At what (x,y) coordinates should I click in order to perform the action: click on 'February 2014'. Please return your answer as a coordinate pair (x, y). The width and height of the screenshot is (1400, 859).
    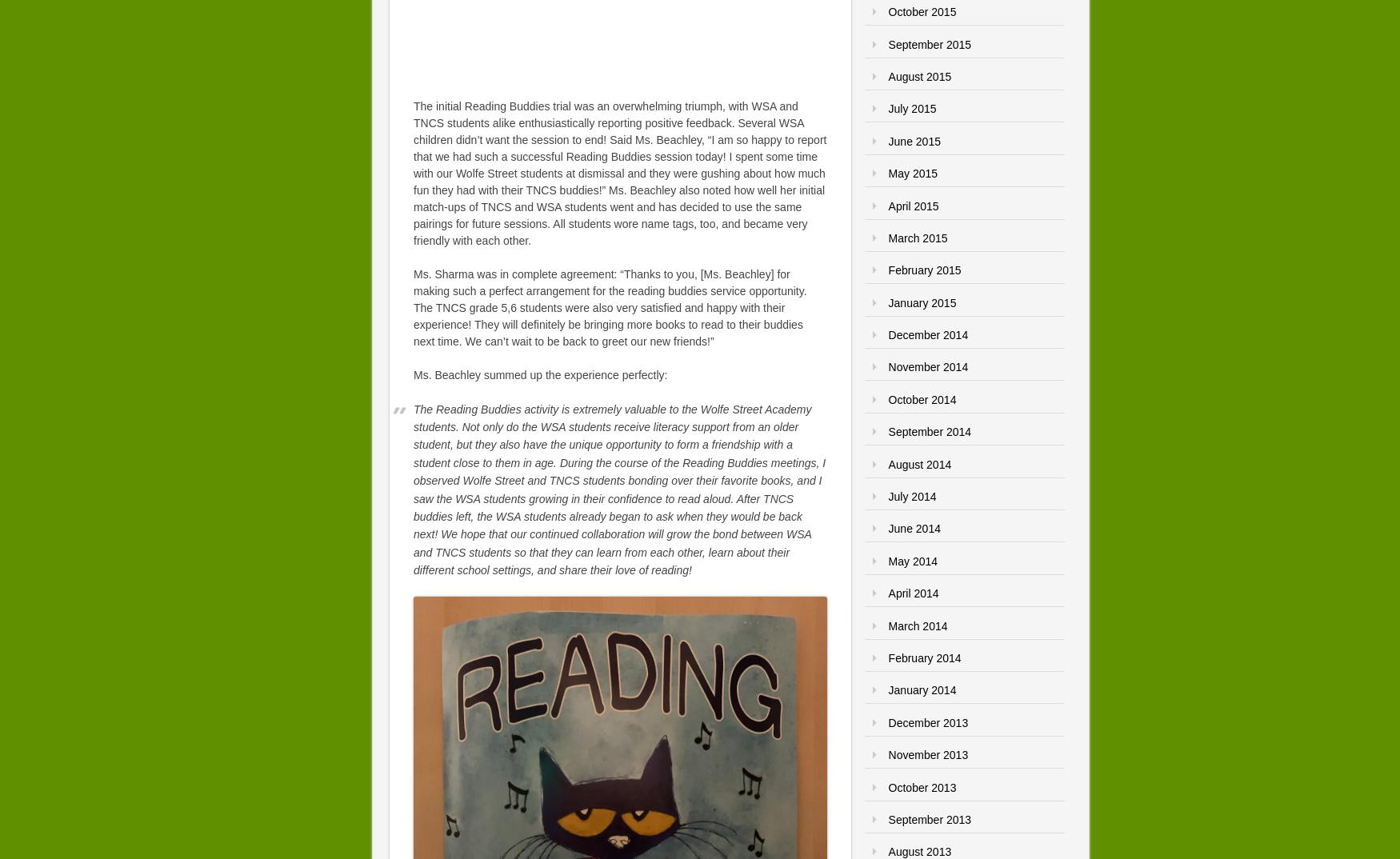
    Looking at the image, I should click on (923, 657).